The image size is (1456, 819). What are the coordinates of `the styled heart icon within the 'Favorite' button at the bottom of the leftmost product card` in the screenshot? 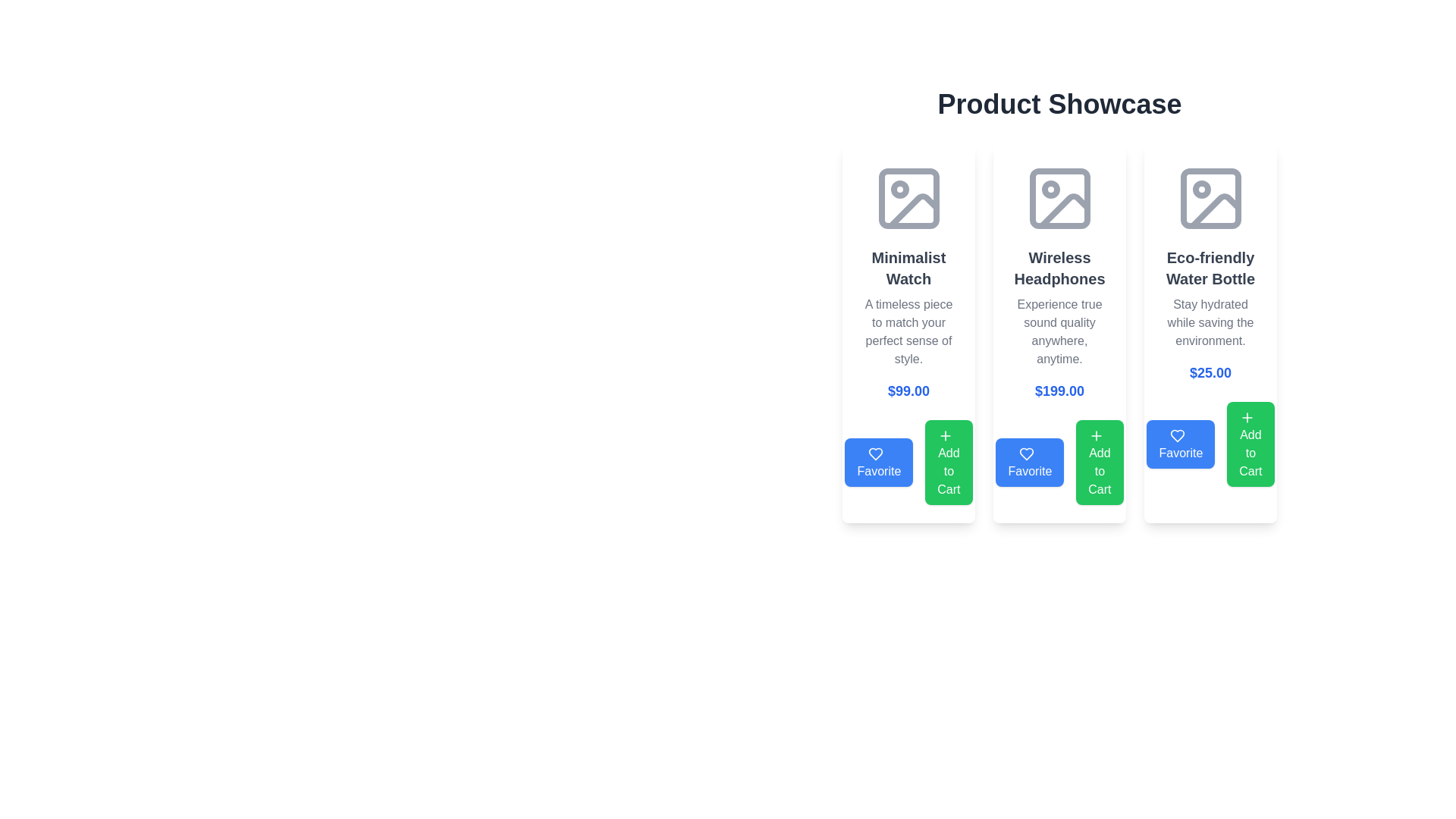 It's located at (876, 453).